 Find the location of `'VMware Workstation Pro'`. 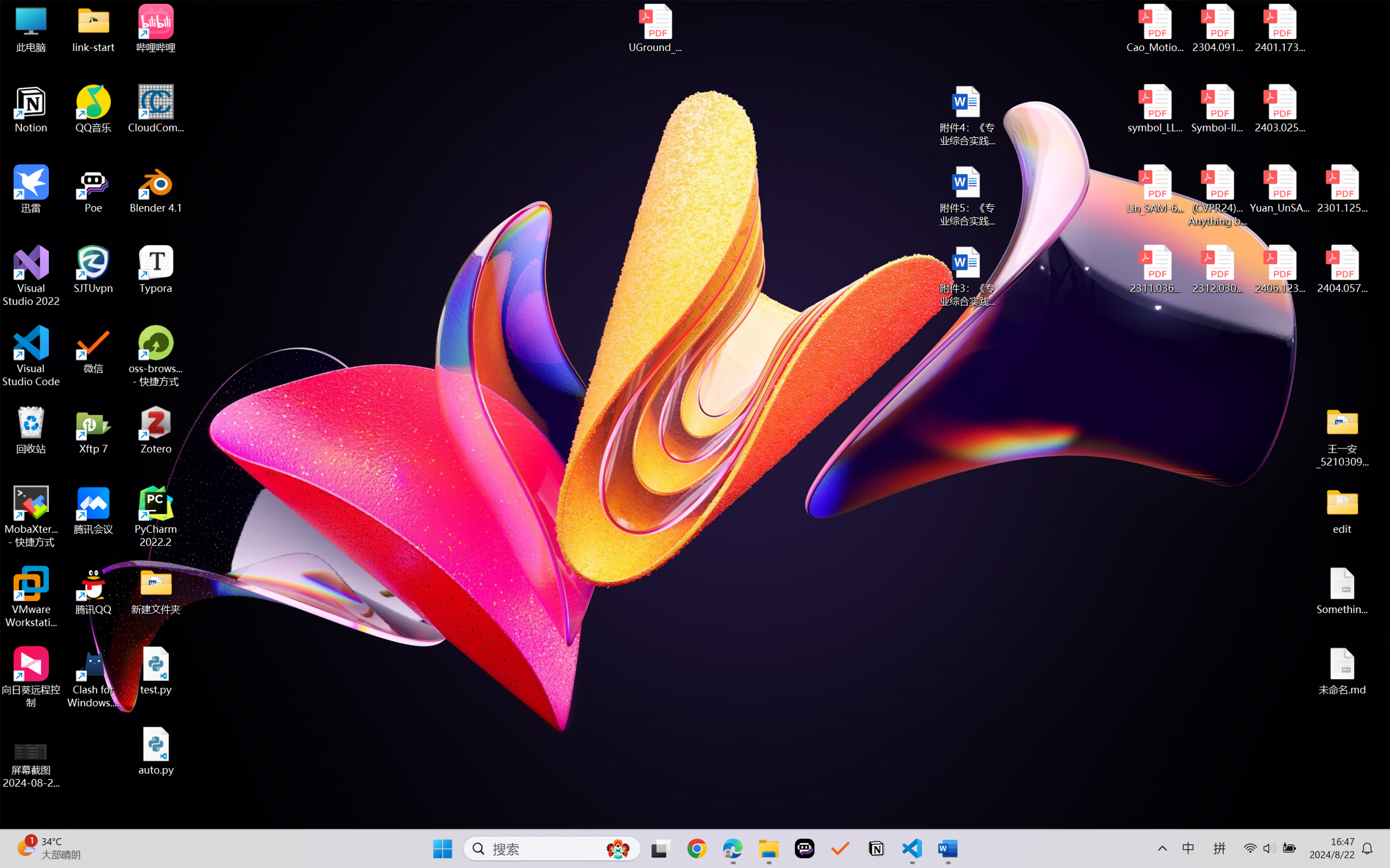

'VMware Workstation Pro' is located at coordinates (30, 597).